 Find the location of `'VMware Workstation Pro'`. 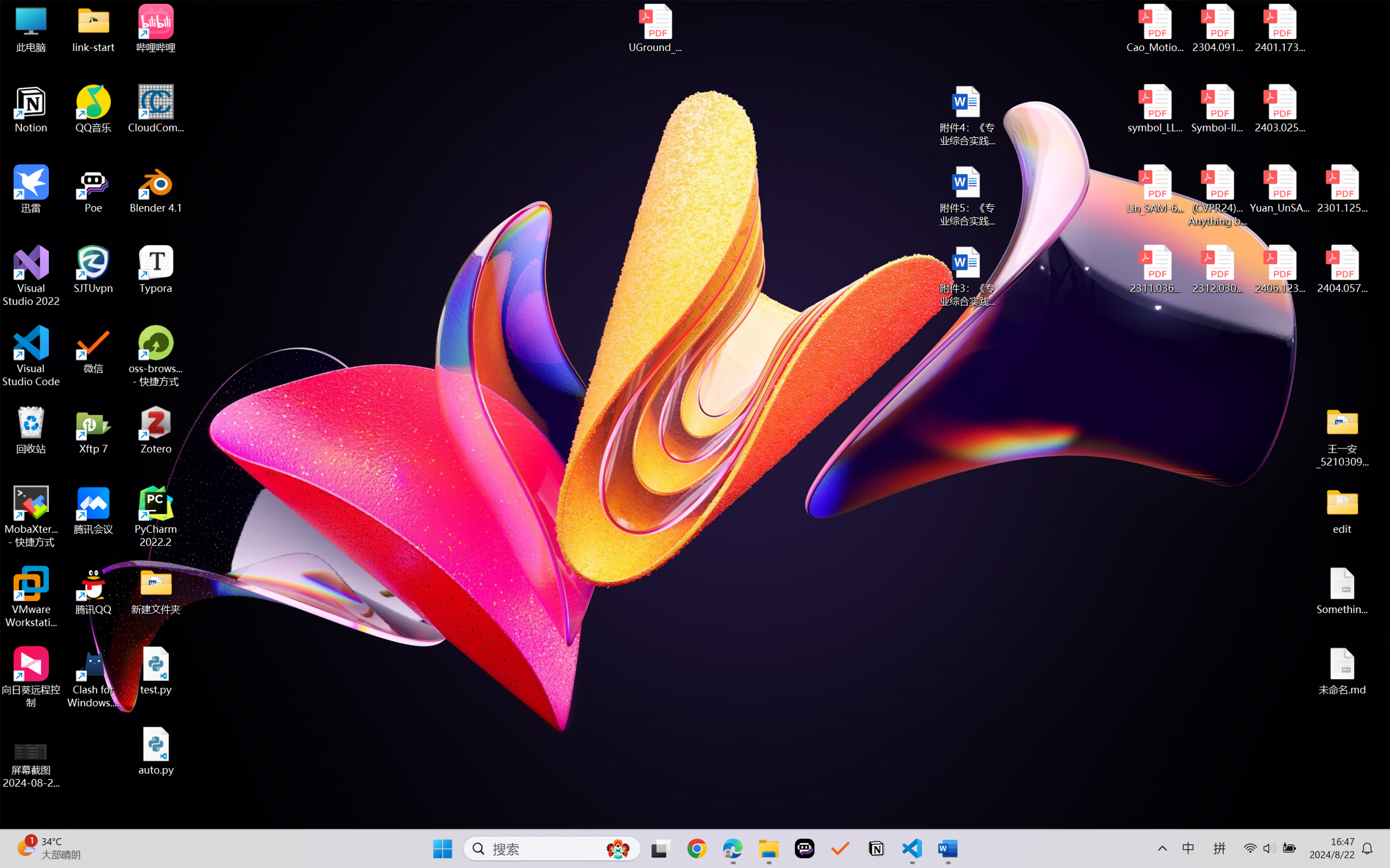

'VMware Workstation Pro' is located at coordinates (30, 597).